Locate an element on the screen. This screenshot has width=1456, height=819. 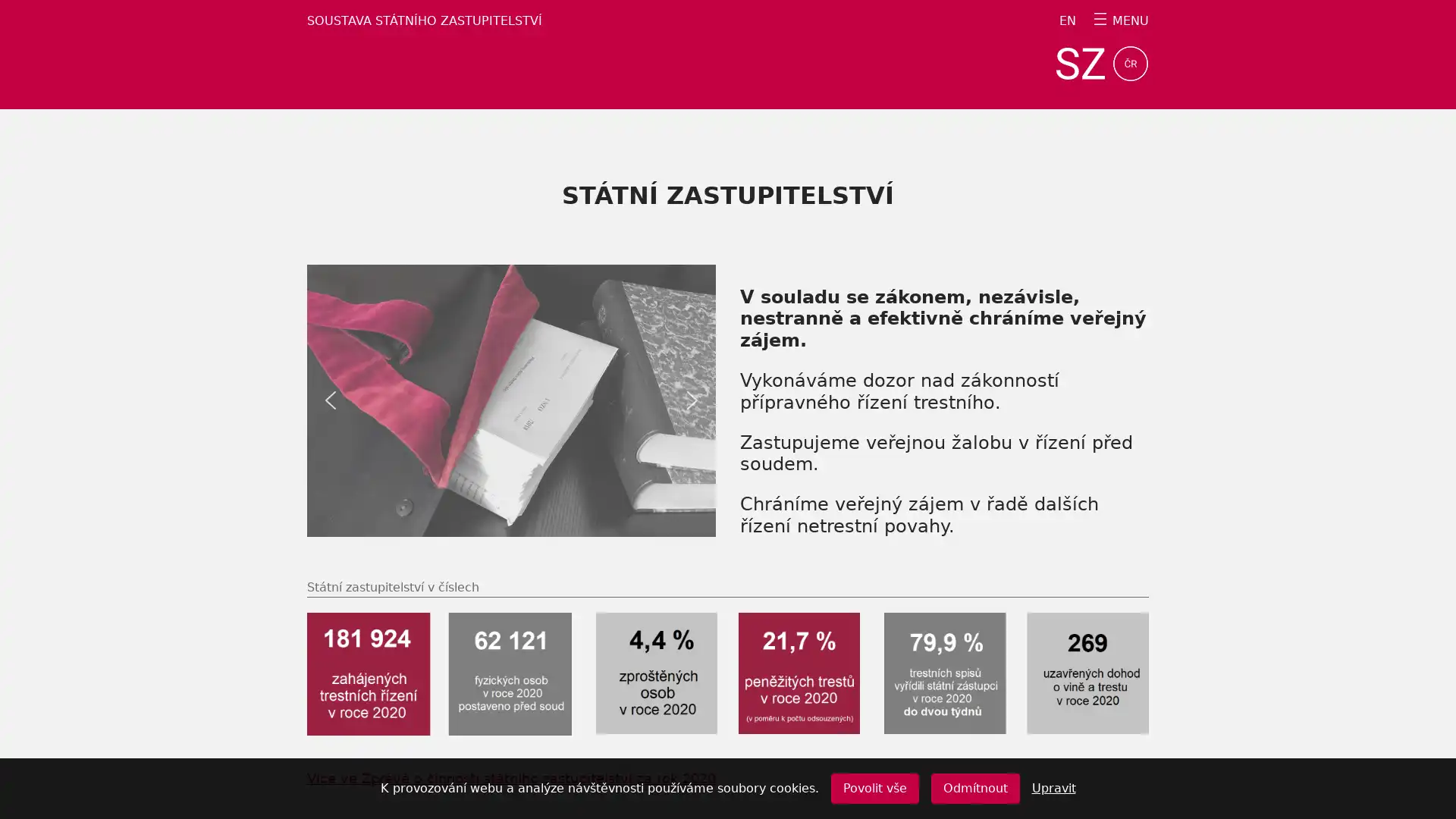
previous arrow is located at coordinates (330, 400).